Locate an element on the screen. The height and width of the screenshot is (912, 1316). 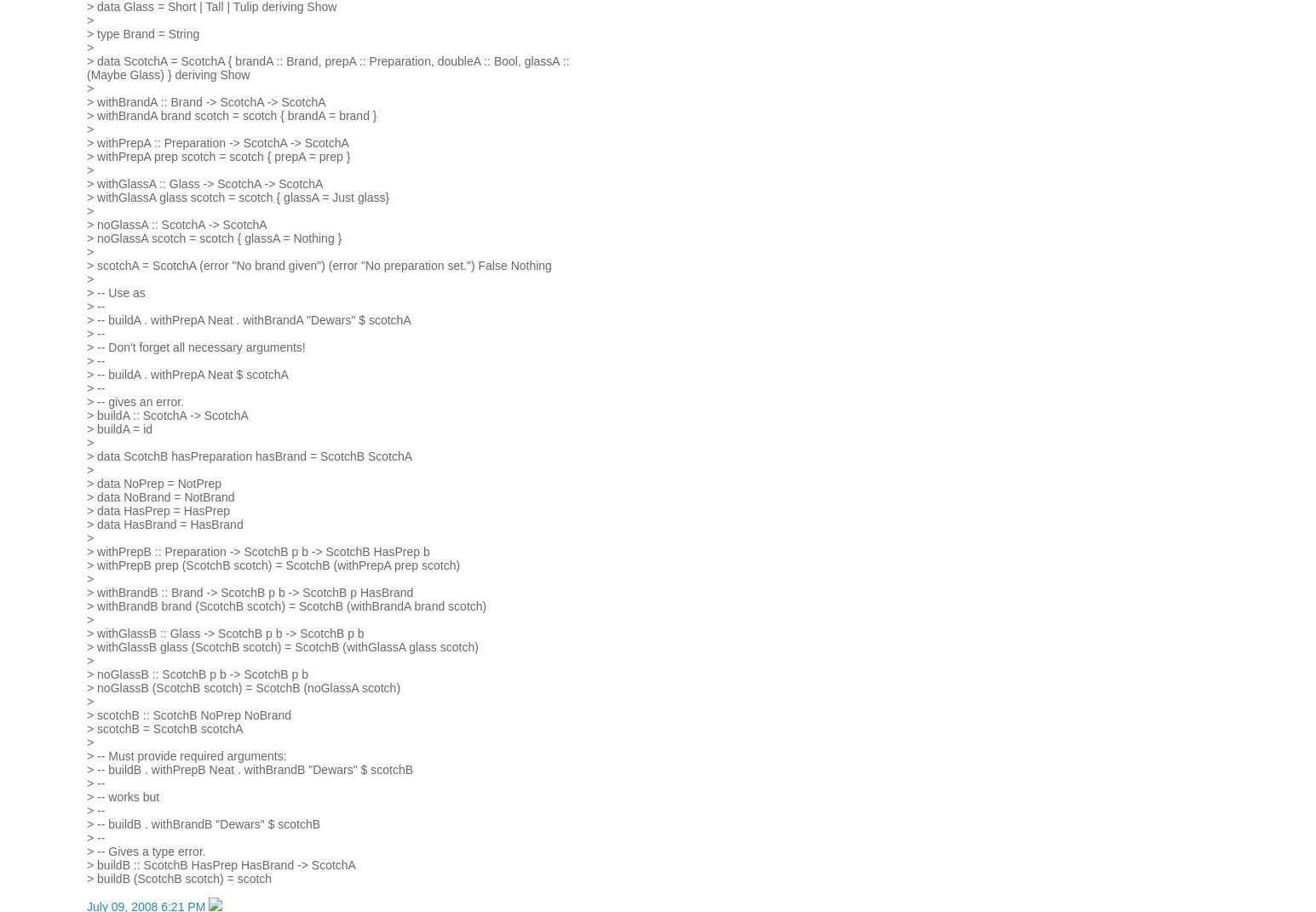
'> --  buildB . withBrandB "Dewars" $ scotchB' is located at coordinates (204, 823).